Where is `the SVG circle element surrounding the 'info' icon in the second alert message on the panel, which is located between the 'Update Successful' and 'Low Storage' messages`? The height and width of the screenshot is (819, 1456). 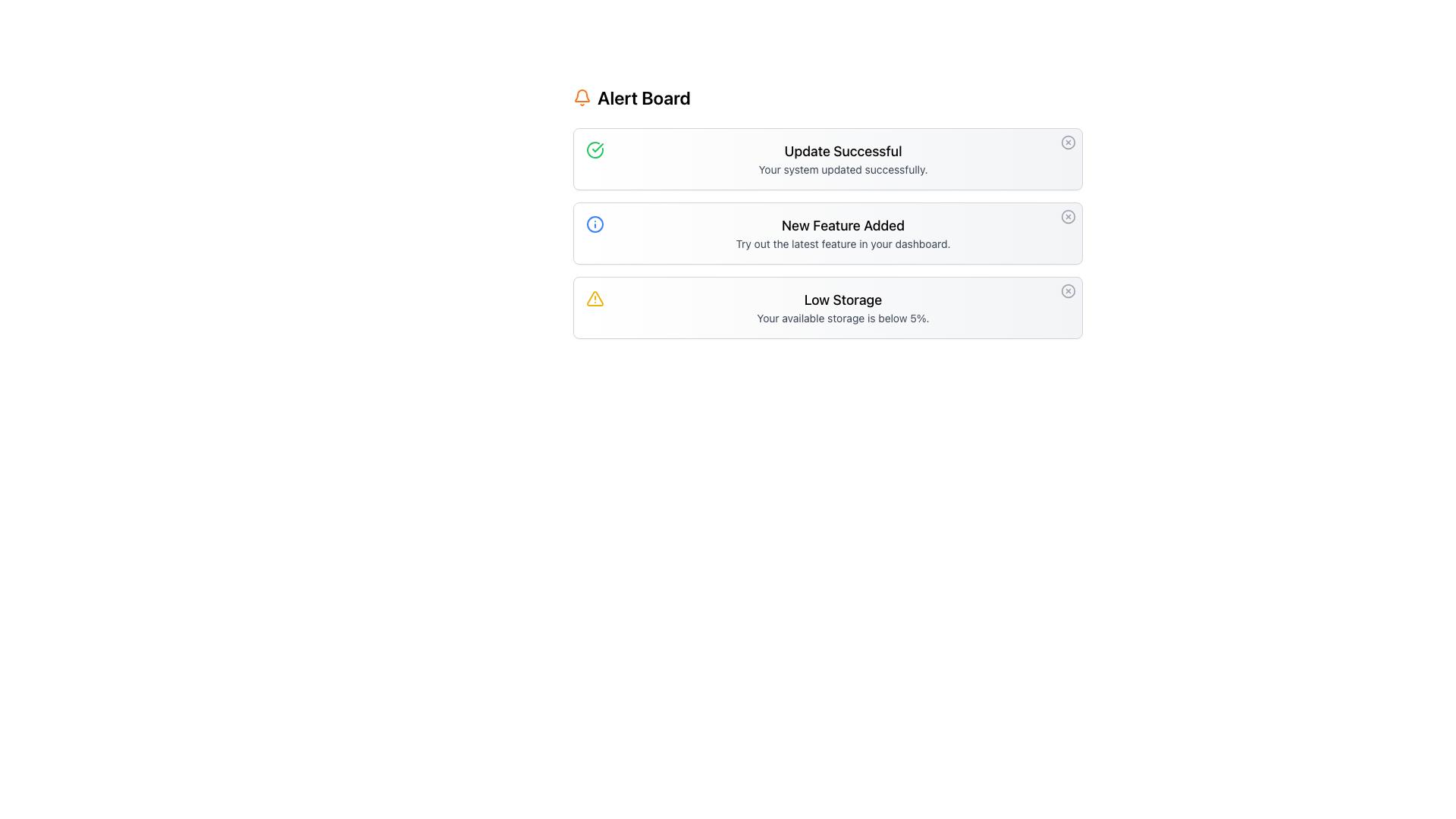
the SVG circle element surrounding the 'info' icon in the second alert message on the panel, which is located between the 'Update Successful' and 'Low Storage' messages is located at coordinates (595, 224).